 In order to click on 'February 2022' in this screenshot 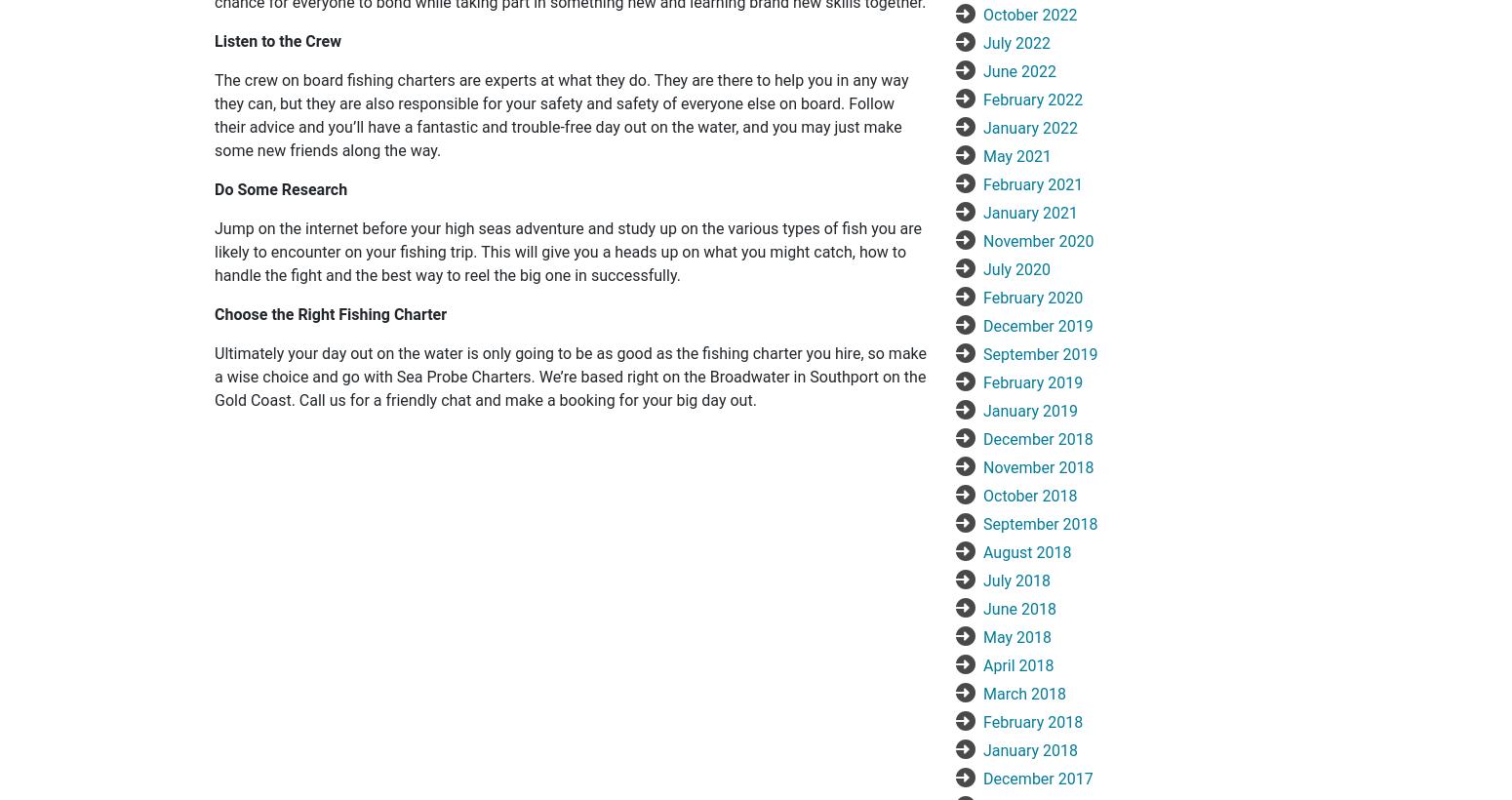, I will do `click(1032, 99)`.